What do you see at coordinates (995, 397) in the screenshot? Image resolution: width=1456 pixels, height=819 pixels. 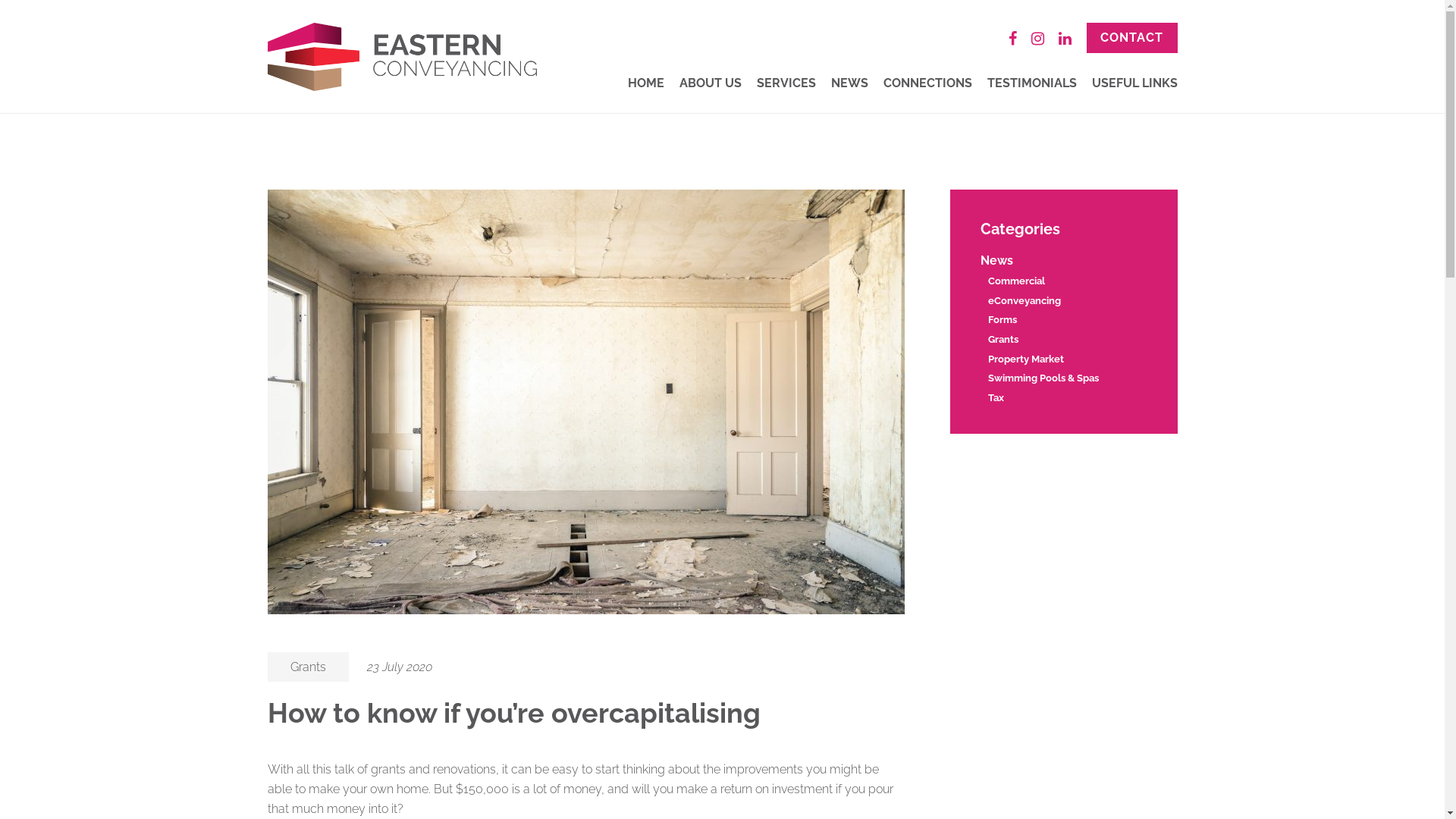 I see `'Tax'` at bounding box center [995, 397].